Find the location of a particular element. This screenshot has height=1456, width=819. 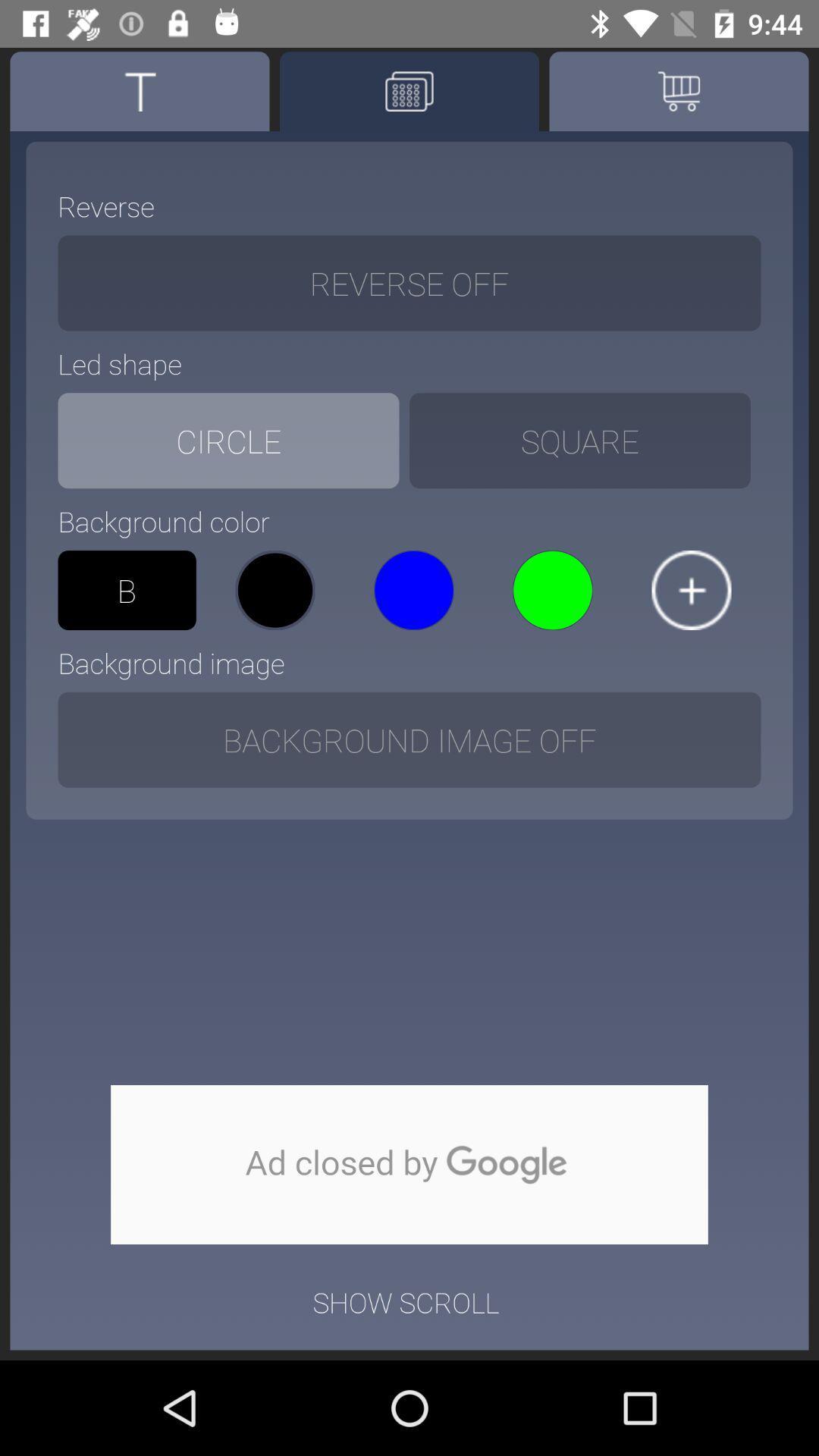

choose the shopping option is located at coordinates (678, 90).